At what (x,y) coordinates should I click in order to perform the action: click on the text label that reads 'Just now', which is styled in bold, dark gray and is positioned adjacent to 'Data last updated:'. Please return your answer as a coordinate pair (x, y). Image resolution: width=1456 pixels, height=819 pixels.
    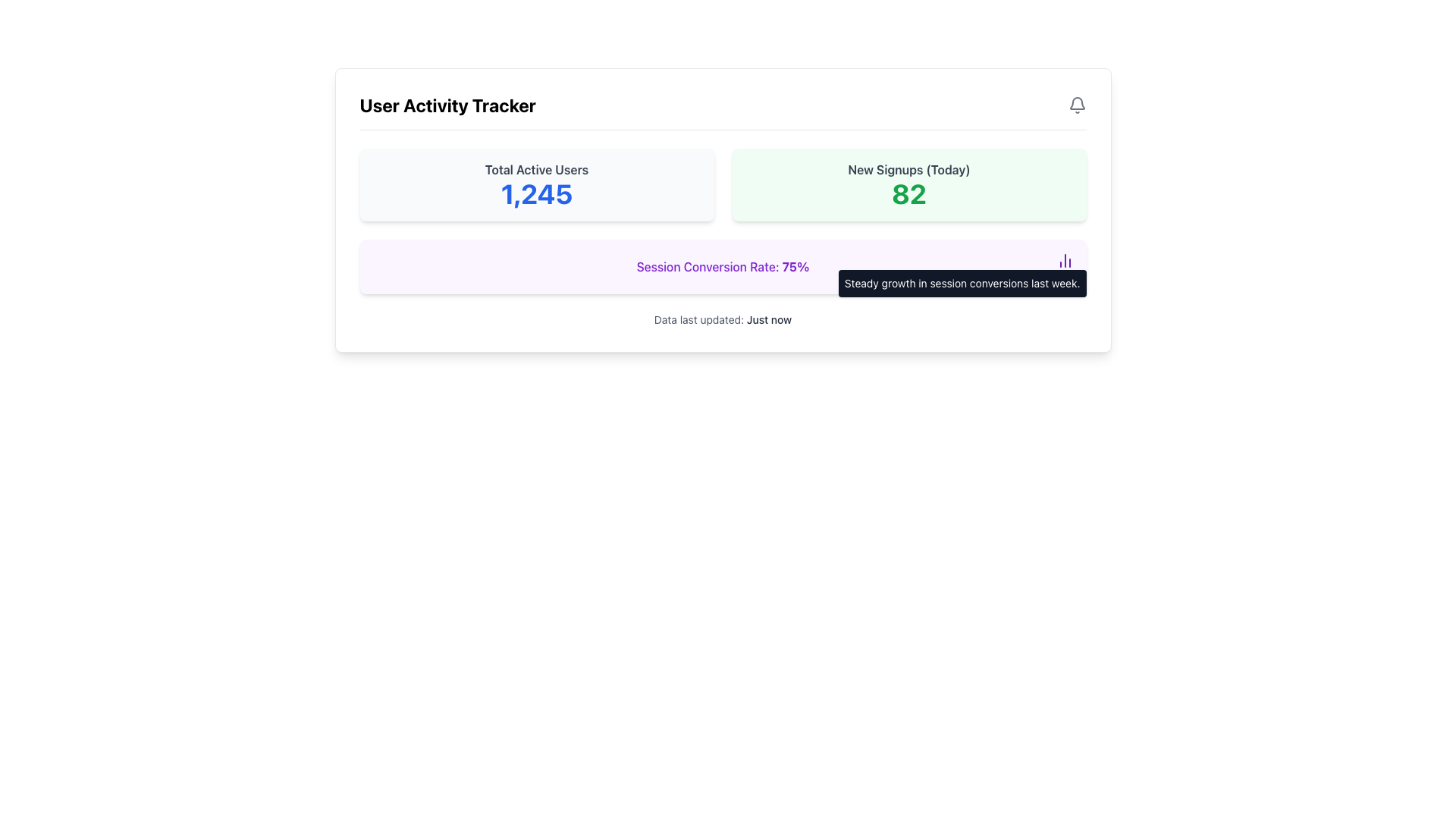
    Looking at the image, I should click on (769, 318).